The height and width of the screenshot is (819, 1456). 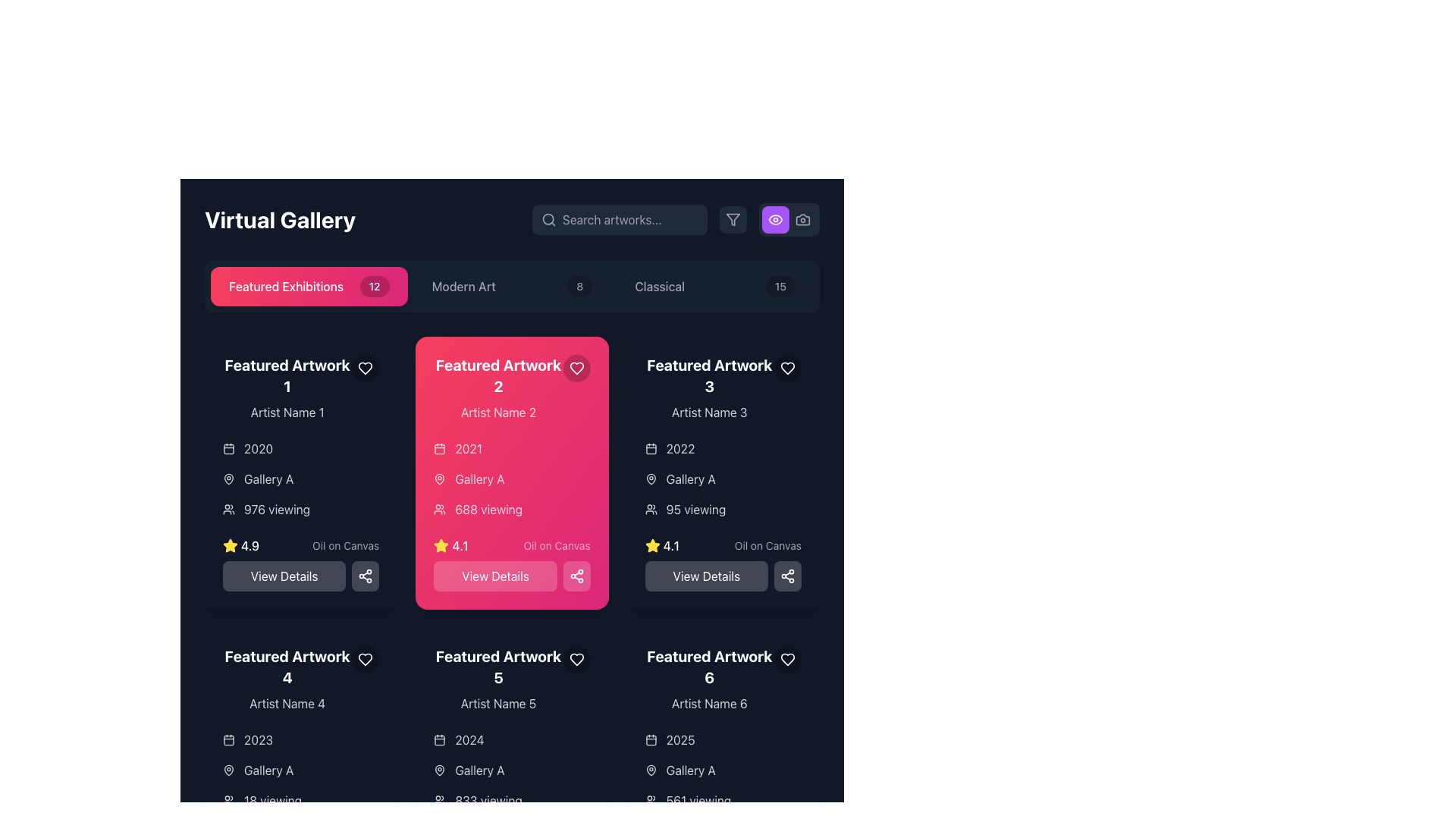 What do you see at coordinates (240, 546) in the screenshot?
I see `the text label element that visually represents a rating or score, located in the bottom-left section of the card labeled 'Featured Artwork 1', aligned with a yellow star icon` at bounding box center [240, 546].